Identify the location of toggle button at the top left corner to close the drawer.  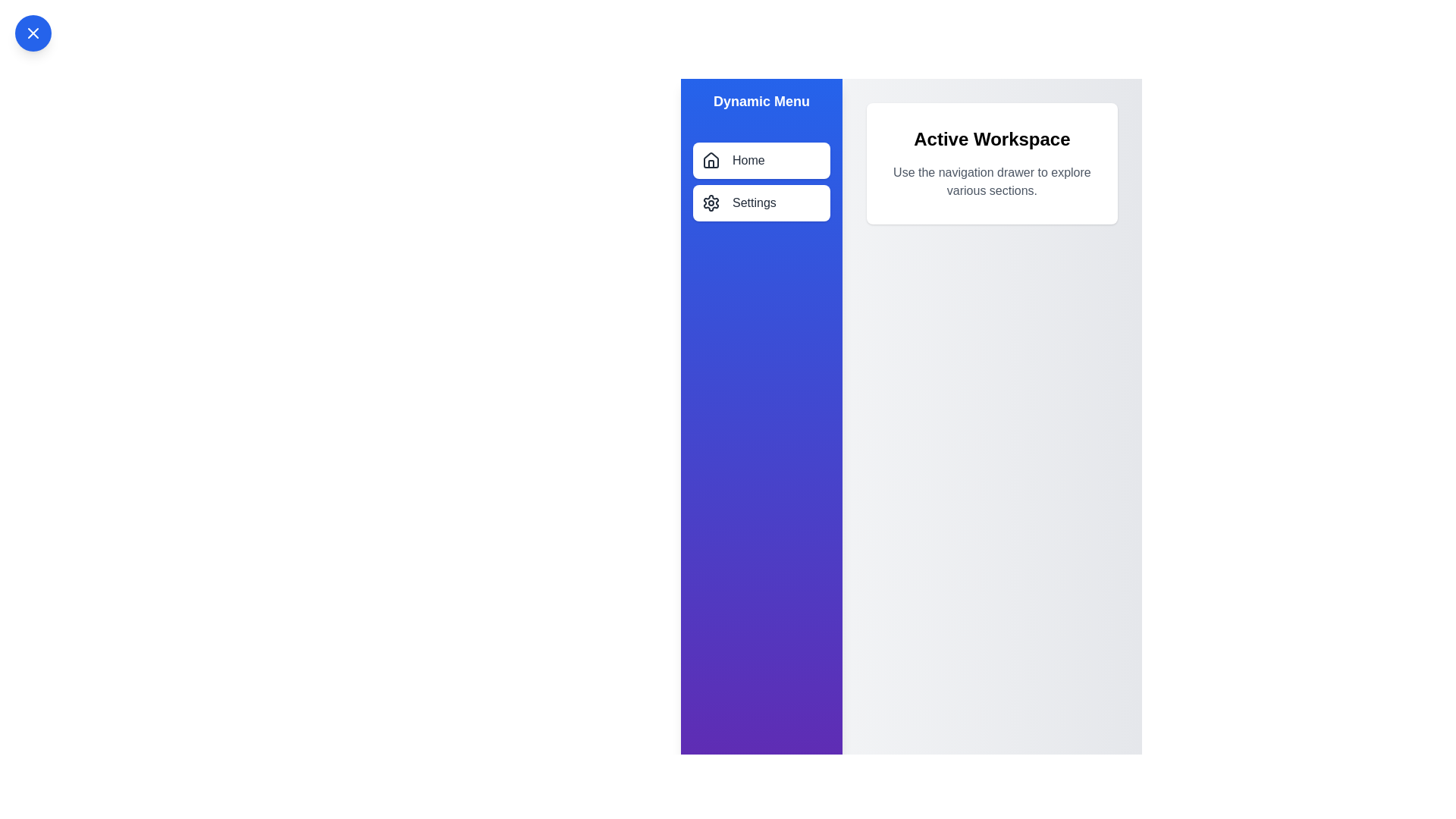
(33, 33).